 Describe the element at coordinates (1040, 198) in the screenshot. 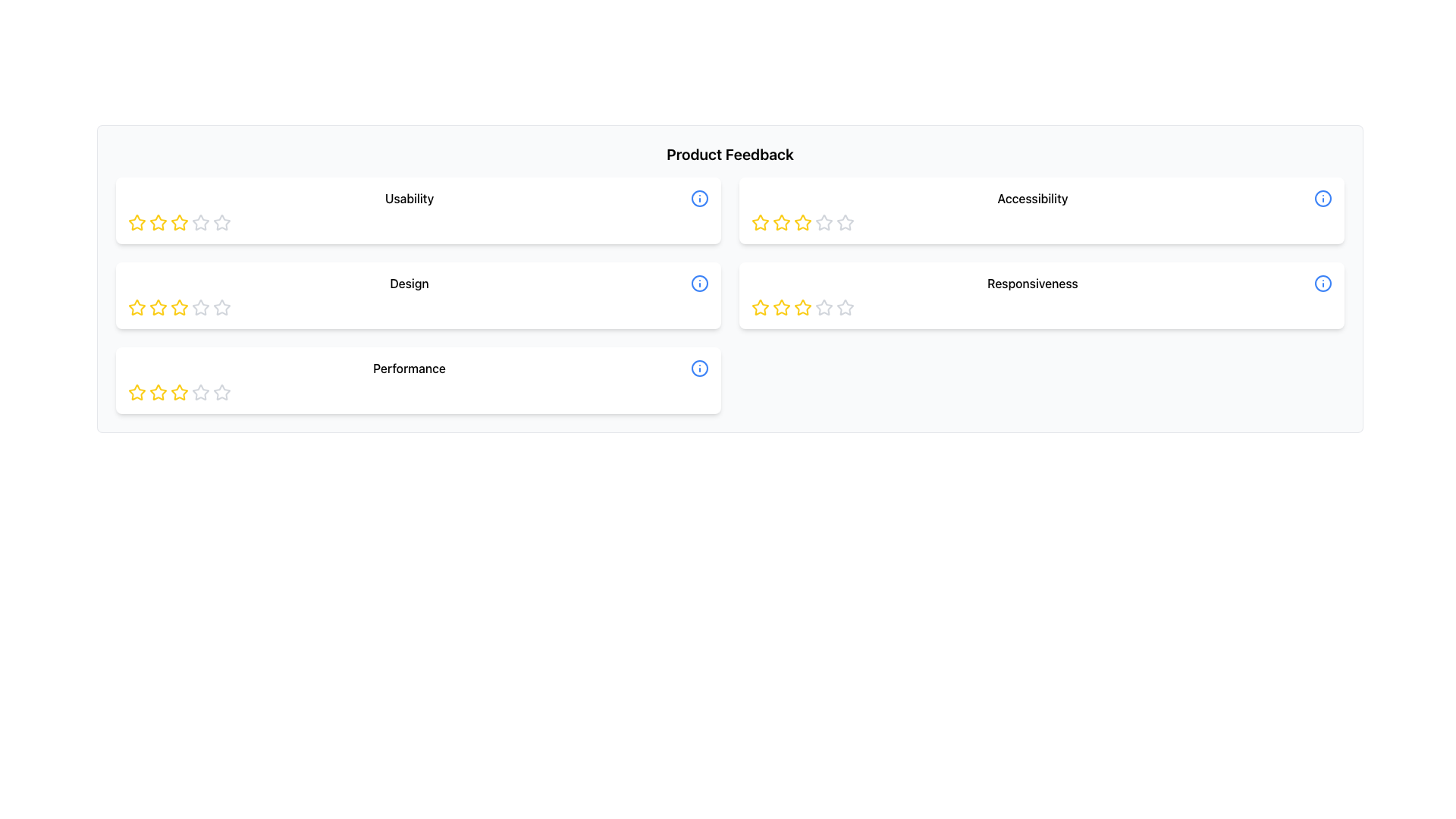

I see `the 'Accessibility' label with an icon located in the top-right position of the card to read the label` at that location.